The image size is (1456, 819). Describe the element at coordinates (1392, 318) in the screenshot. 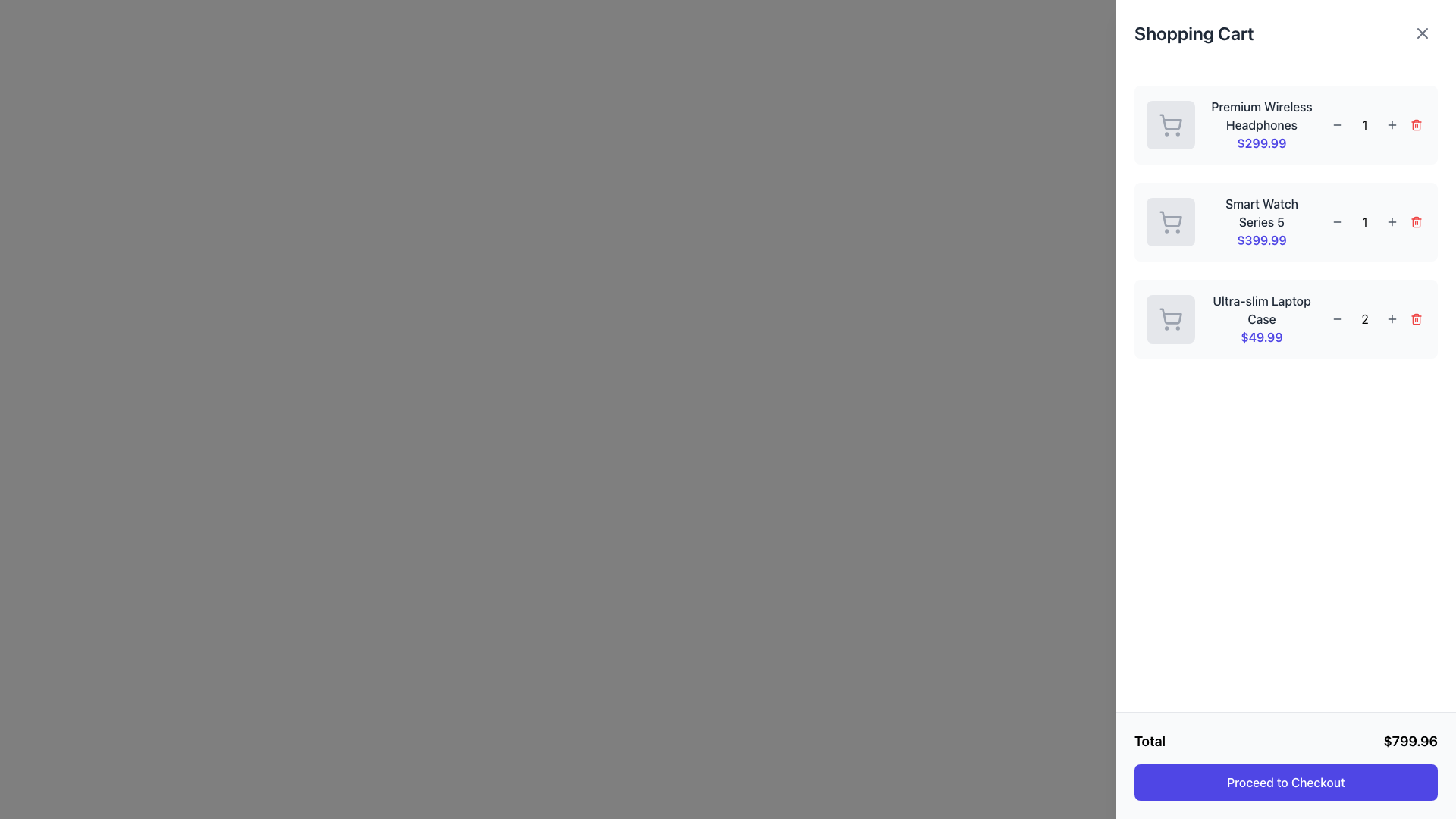

I see `the plus icon button located near the quantity adjustment controls for the 'Ultra-slim Laptop Case' to increase the item quantity` at that location.